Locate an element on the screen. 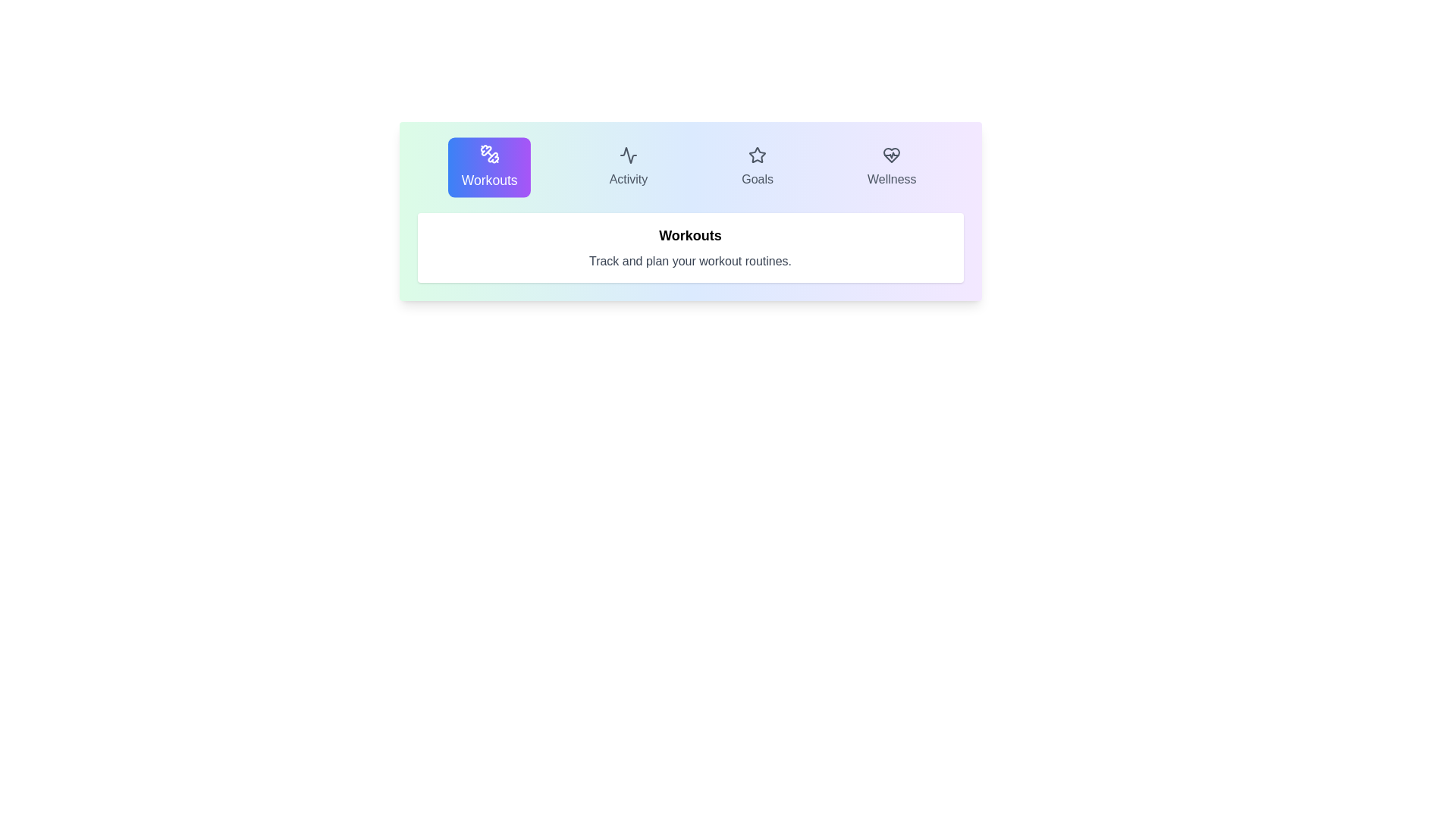 Image resolution: width=1456 pixels, height=819 pixels. the 'Activity' icon in the navigation bar is located at coordinates (629, 155).